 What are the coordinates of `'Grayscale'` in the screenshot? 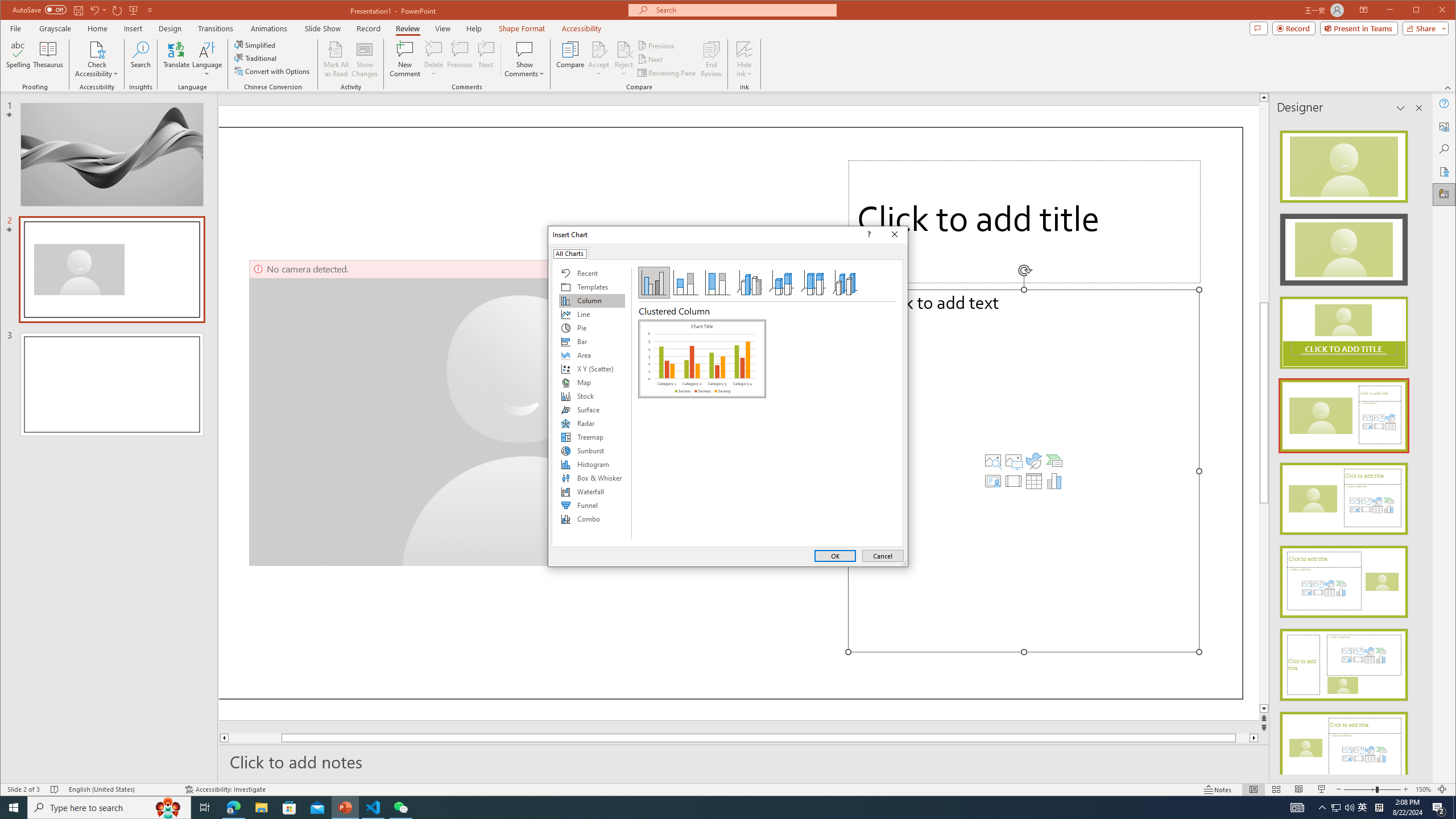 It's located at (55, 28).